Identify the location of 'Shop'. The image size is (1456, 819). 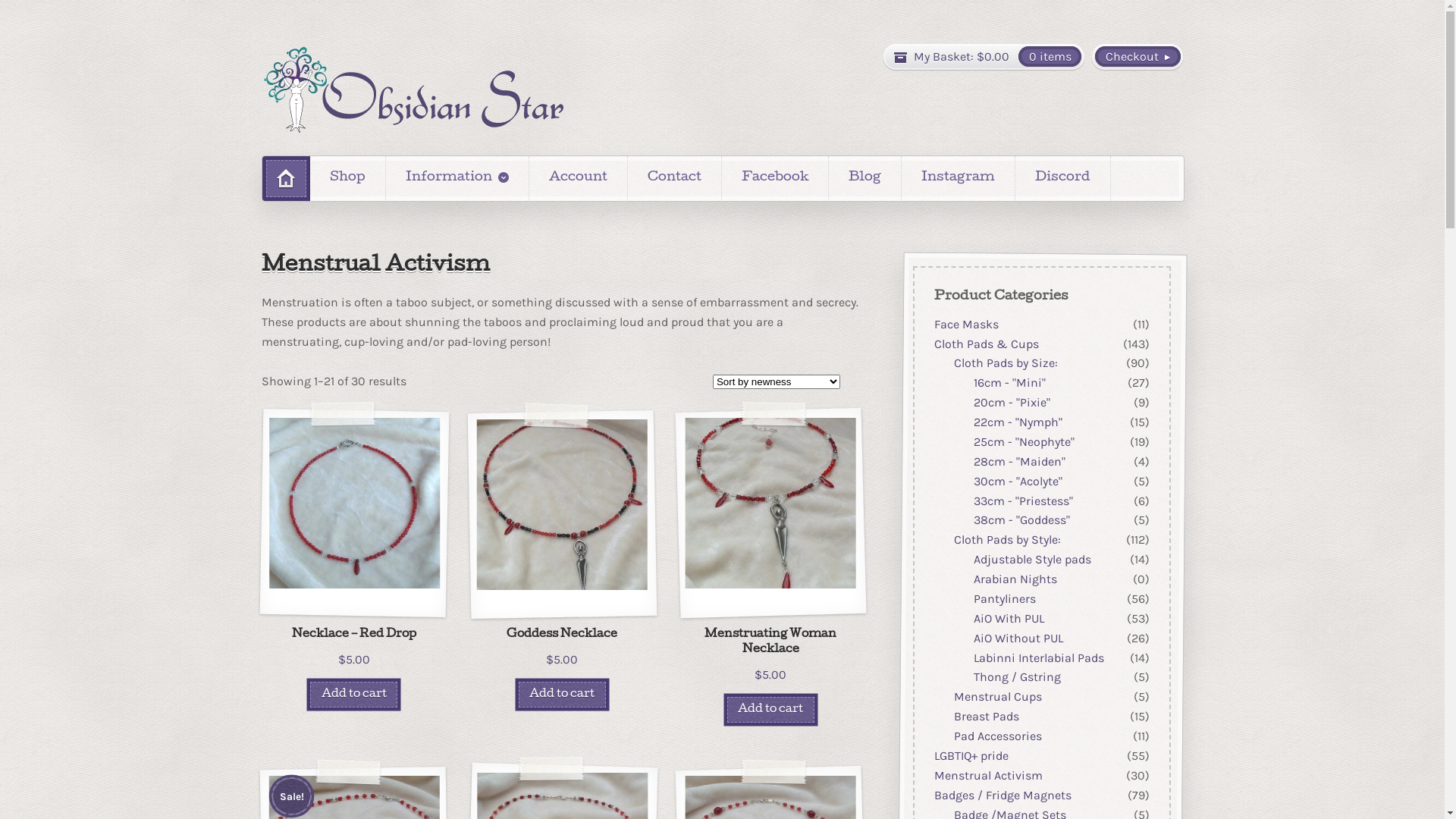
(347, 177).